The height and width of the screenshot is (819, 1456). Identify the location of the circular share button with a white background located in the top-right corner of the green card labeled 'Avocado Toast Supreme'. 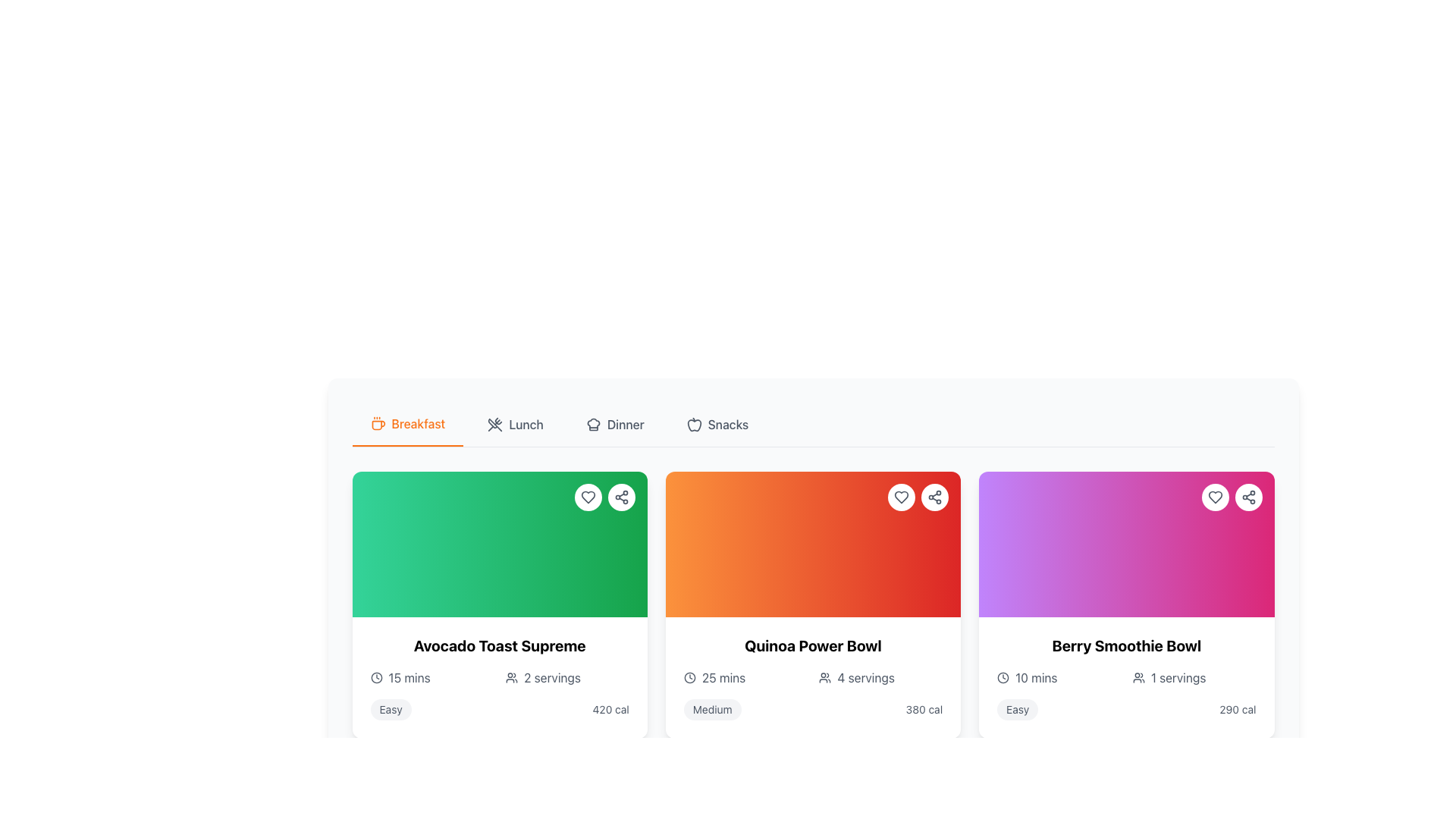
(621, 497).